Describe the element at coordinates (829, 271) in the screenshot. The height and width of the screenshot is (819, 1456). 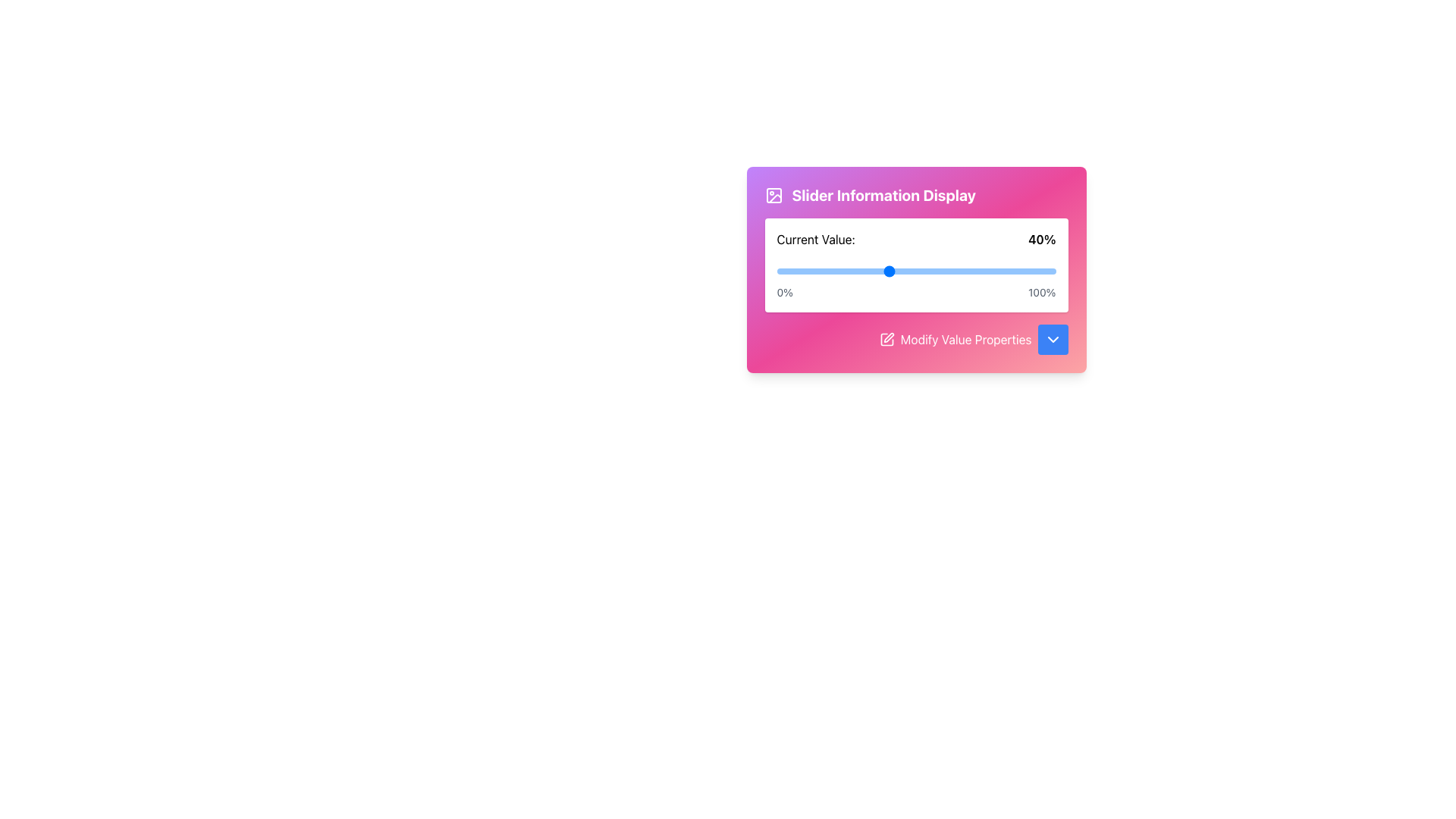
I see `the slider` at that location.